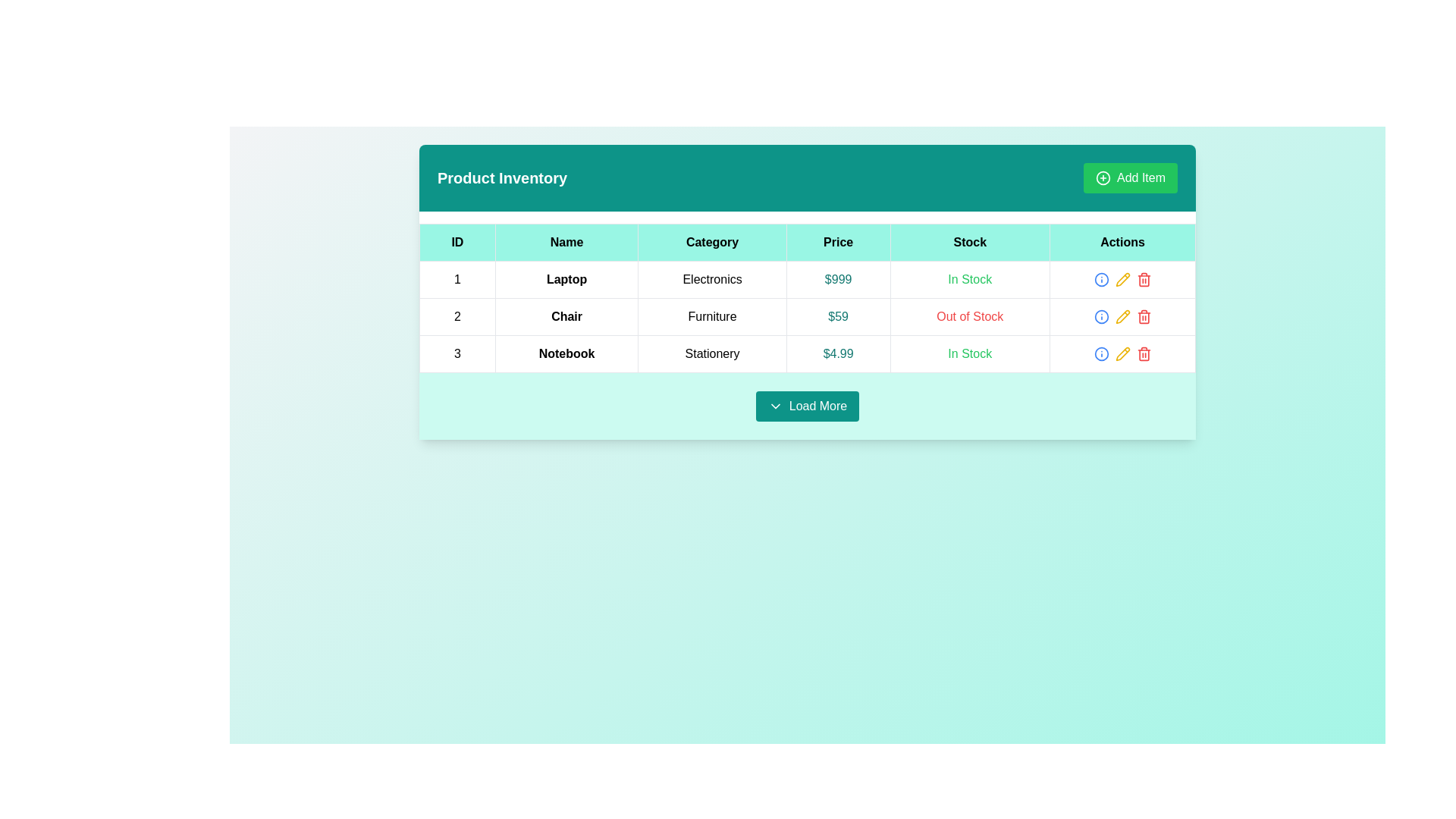 Image resolution: width=1456 pixels, height=819 pixels. What do you see at coordinates (969, 353) in the screenshot?
I see `the 'In Stock' text label which indicates availability for the fifth item in the 'Notebook' row of the 'Stock' column` at bounding box center [969, 353].